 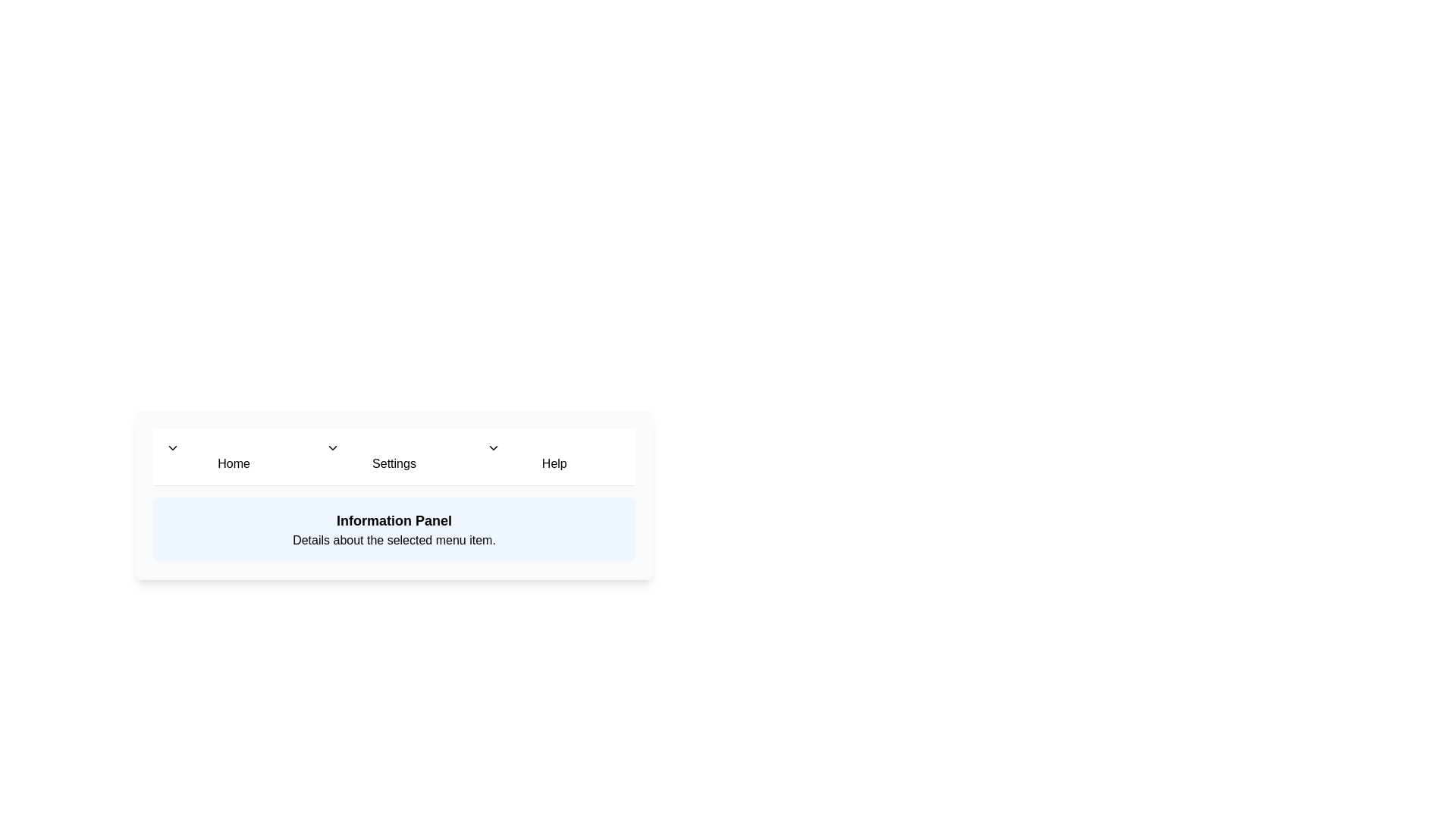 I want to click on the down arrow icon for the Home menu, so click(x=172, y=447).